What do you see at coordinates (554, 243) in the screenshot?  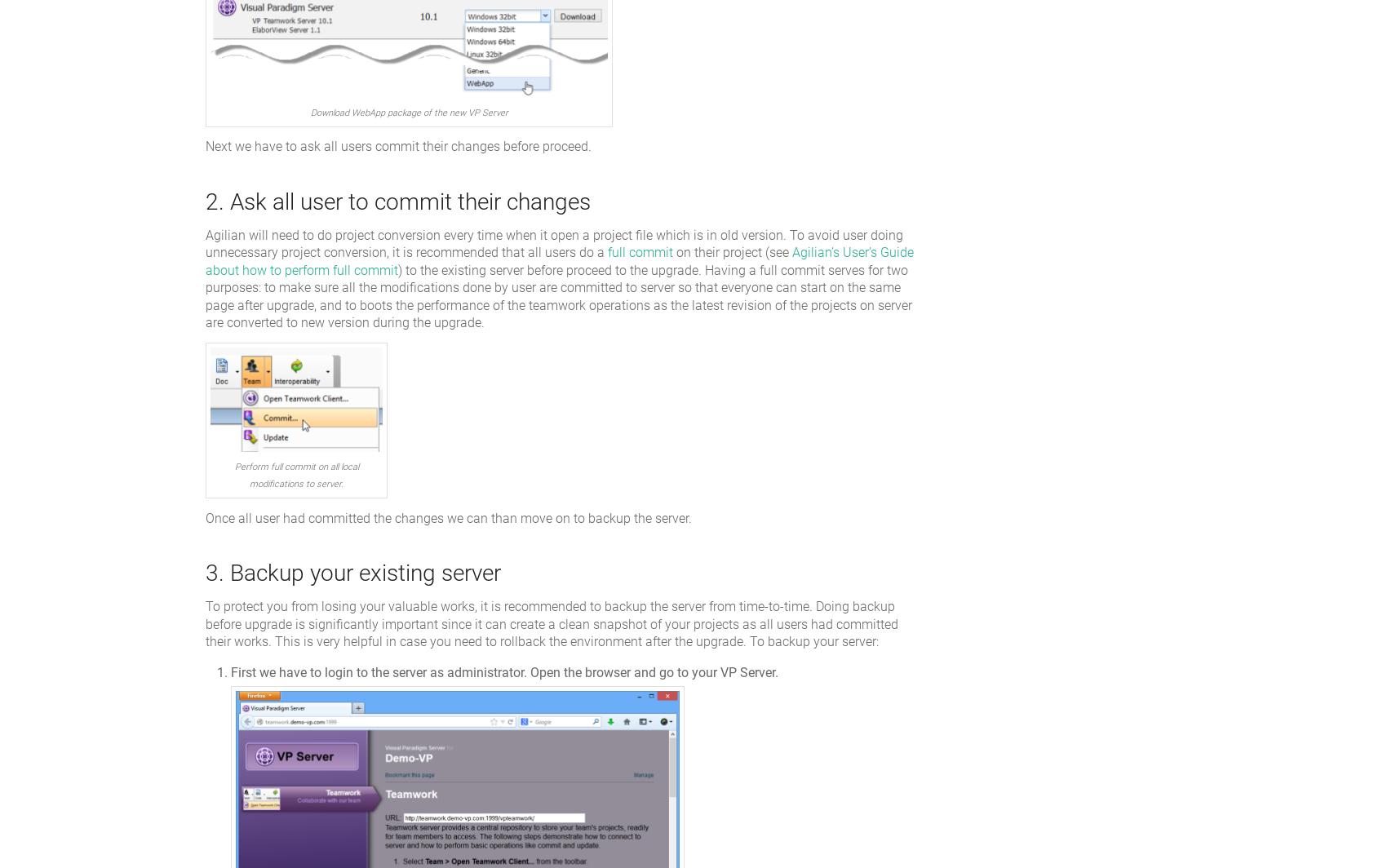 I see `'Agilian will need to do project conversion every time when it open a project file which is in old version. To avoid user doing unnecessary project conversion, it is recommended that all users do a'` at bounding box center [554, 243].